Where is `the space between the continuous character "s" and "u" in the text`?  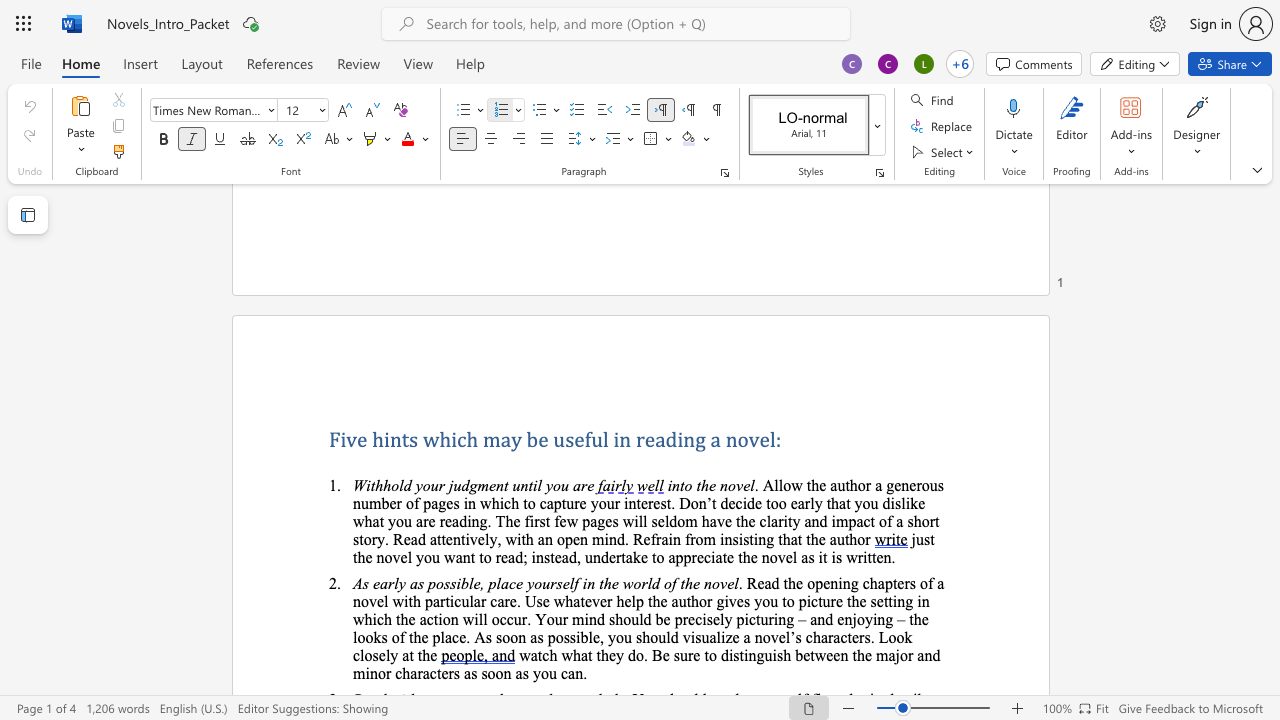 the space between the continuous character "s" and "u" in the text is located at coordinates (701, 637).